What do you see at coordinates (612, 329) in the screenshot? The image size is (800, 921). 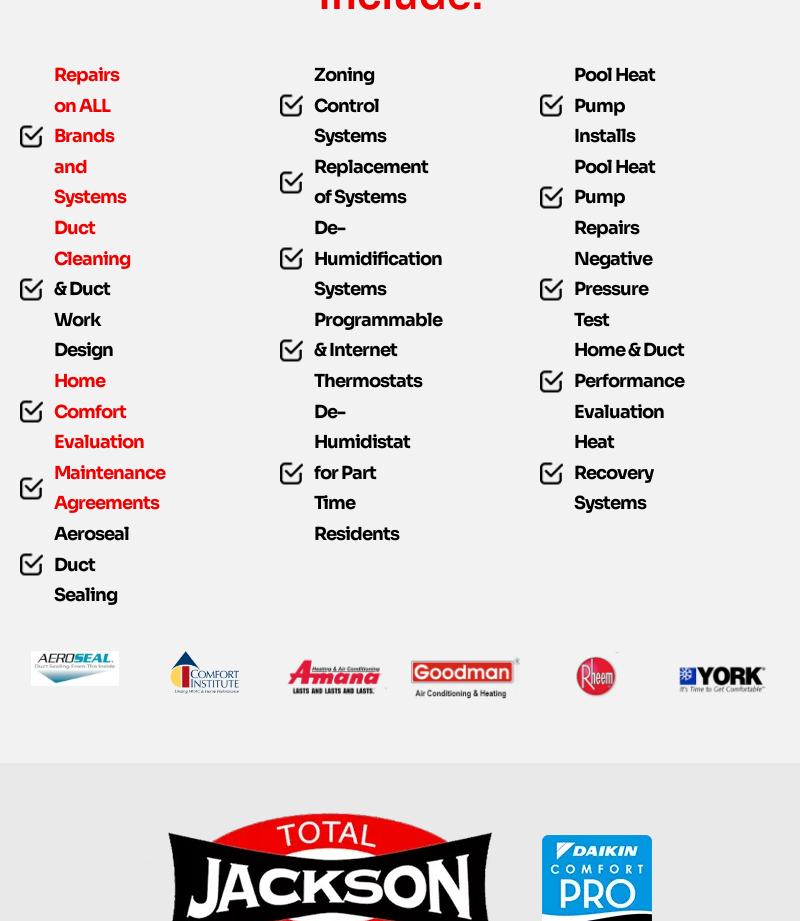 I see `'Negative Pressure Test'` at bounding box center [612, 329].